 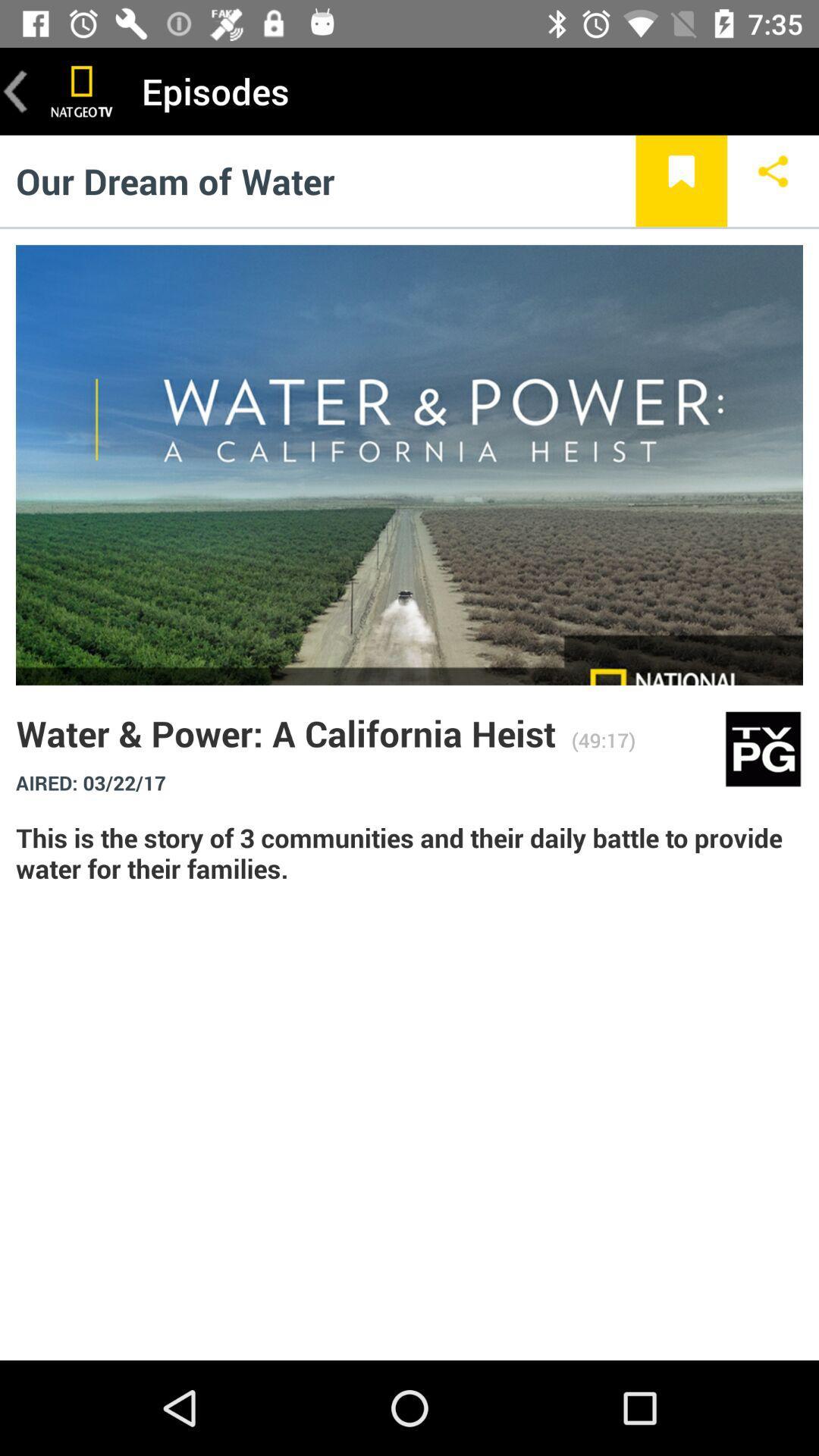 I want to click on share page, so click(x=773, y=180).